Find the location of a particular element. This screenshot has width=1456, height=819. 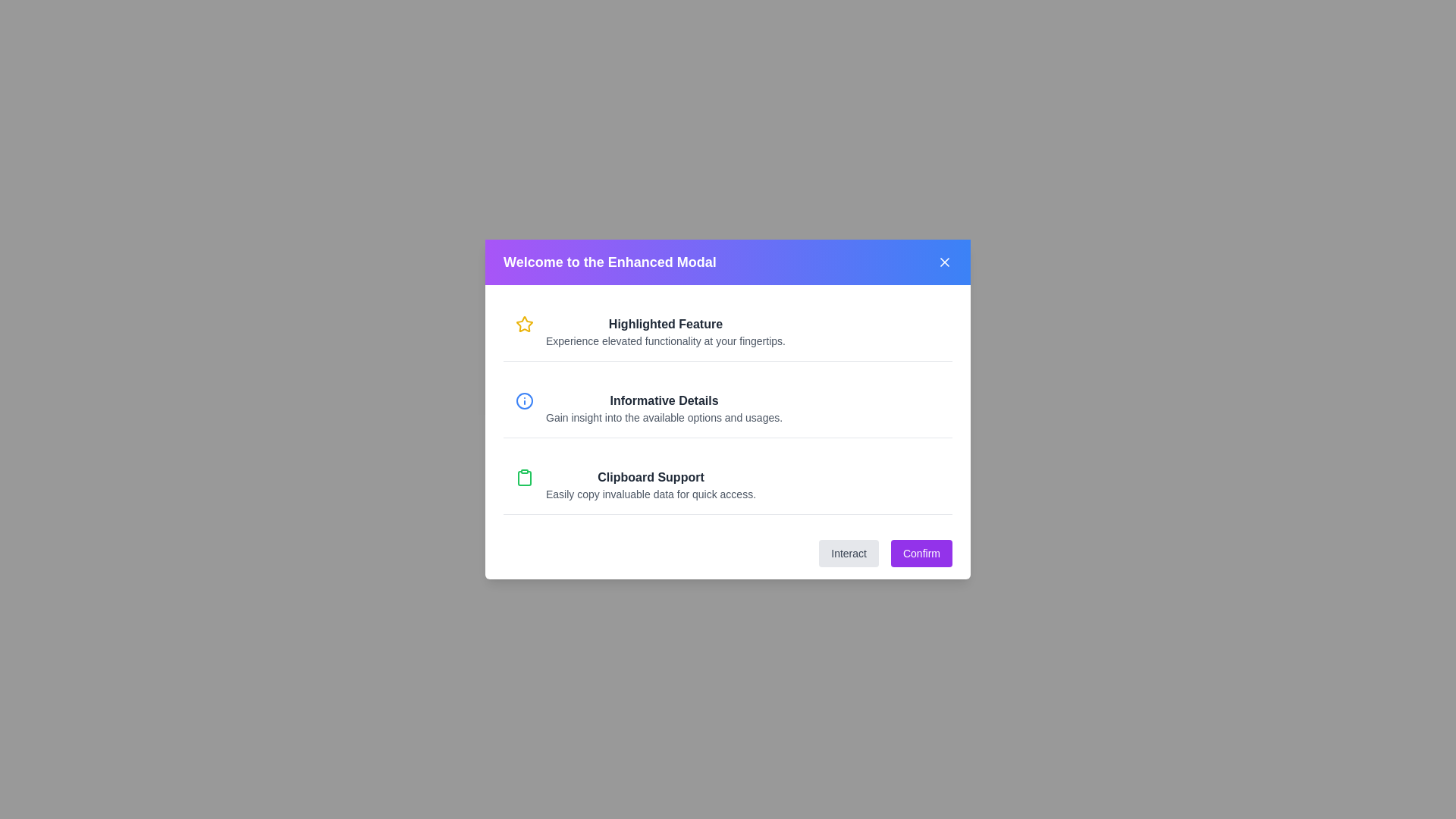

the informational block titled 'Highlighted Feature' with a yellow star icon, which includes a bold title and a description text below it is located at coordinates (728, 331).